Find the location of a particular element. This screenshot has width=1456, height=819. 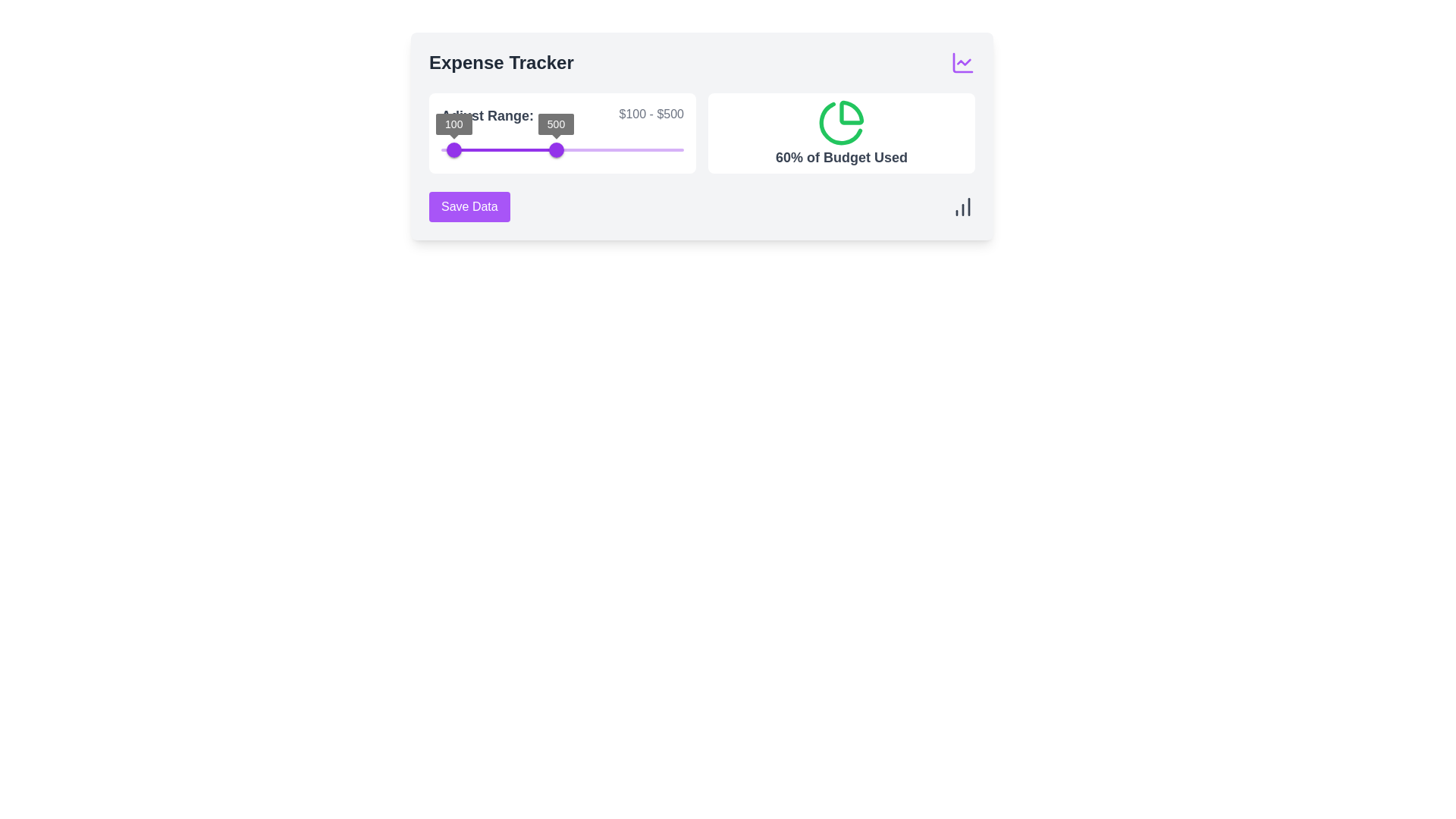

the target slider's value is located at coordinates (484, 152).